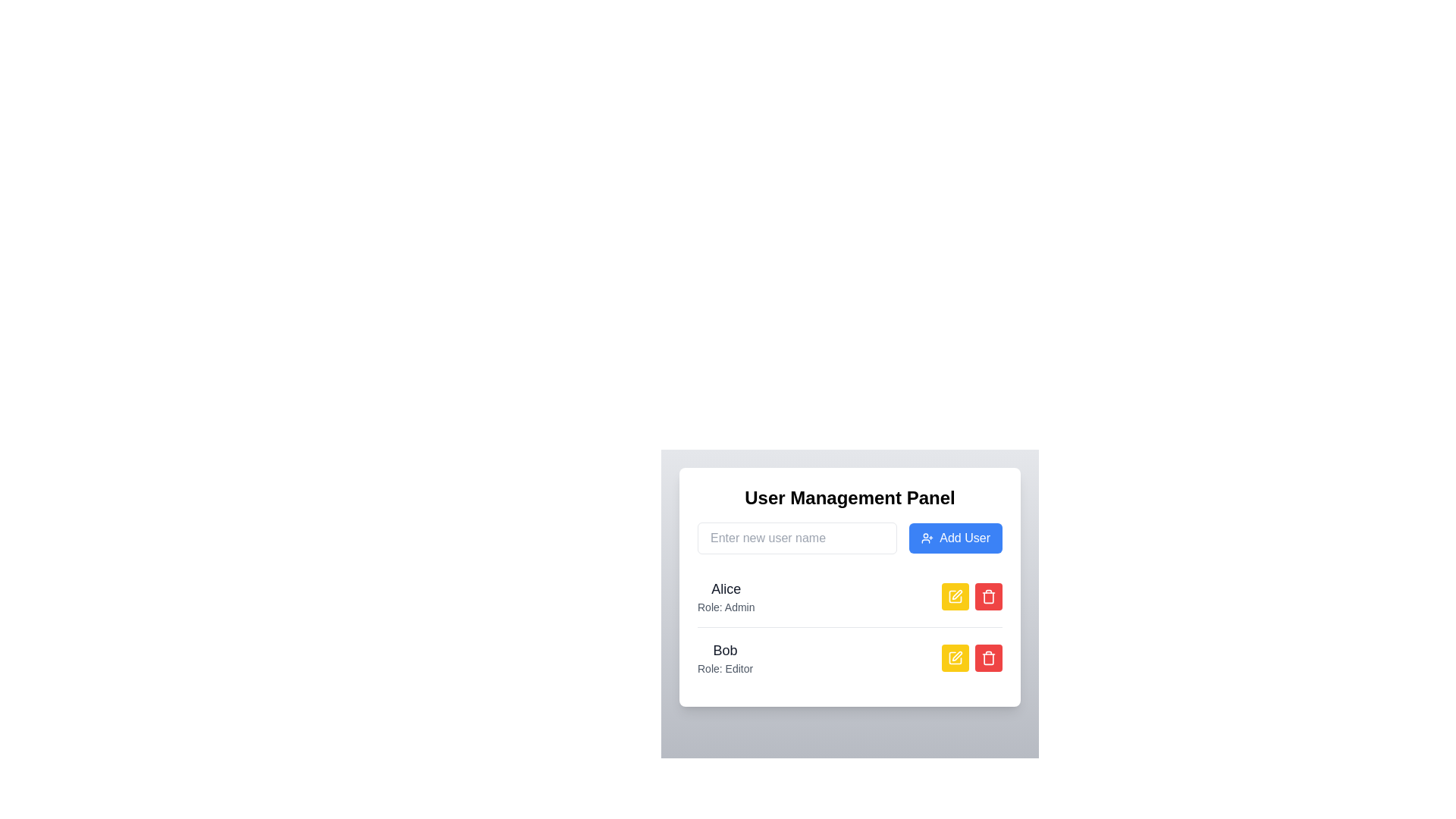  What do you see at coordinates (954, 595) in the screenshot?
I see `the yellow square icon button with a pen graphic located to the right of the 'Alice' user entry in the 'User Management Panel' section` at bounding box center [954, 595].